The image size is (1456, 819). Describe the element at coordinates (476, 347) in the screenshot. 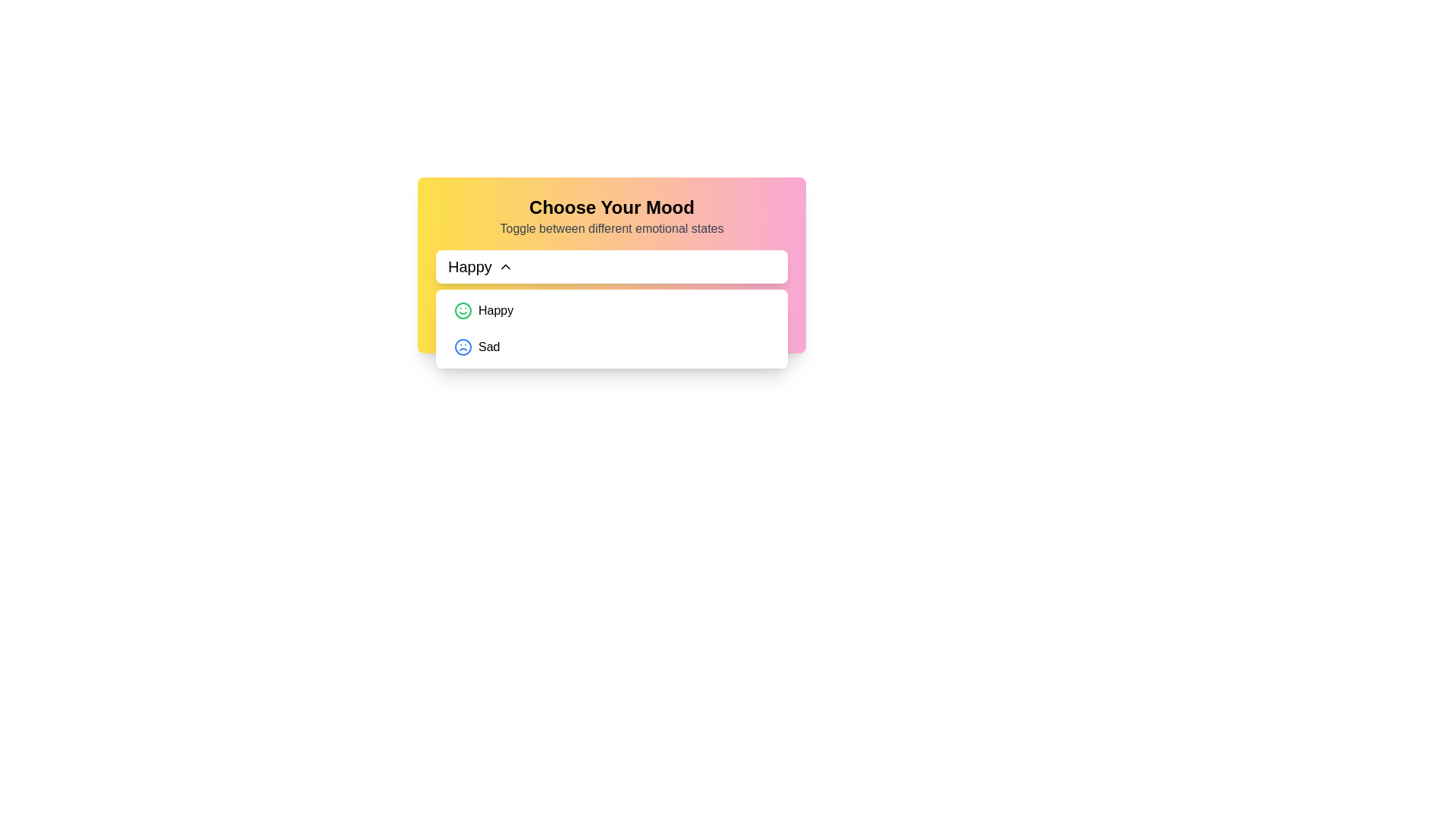

I see `the 'Sad' mood button located in the dropdown list under the 'Choose Your Mood' section` at that location.